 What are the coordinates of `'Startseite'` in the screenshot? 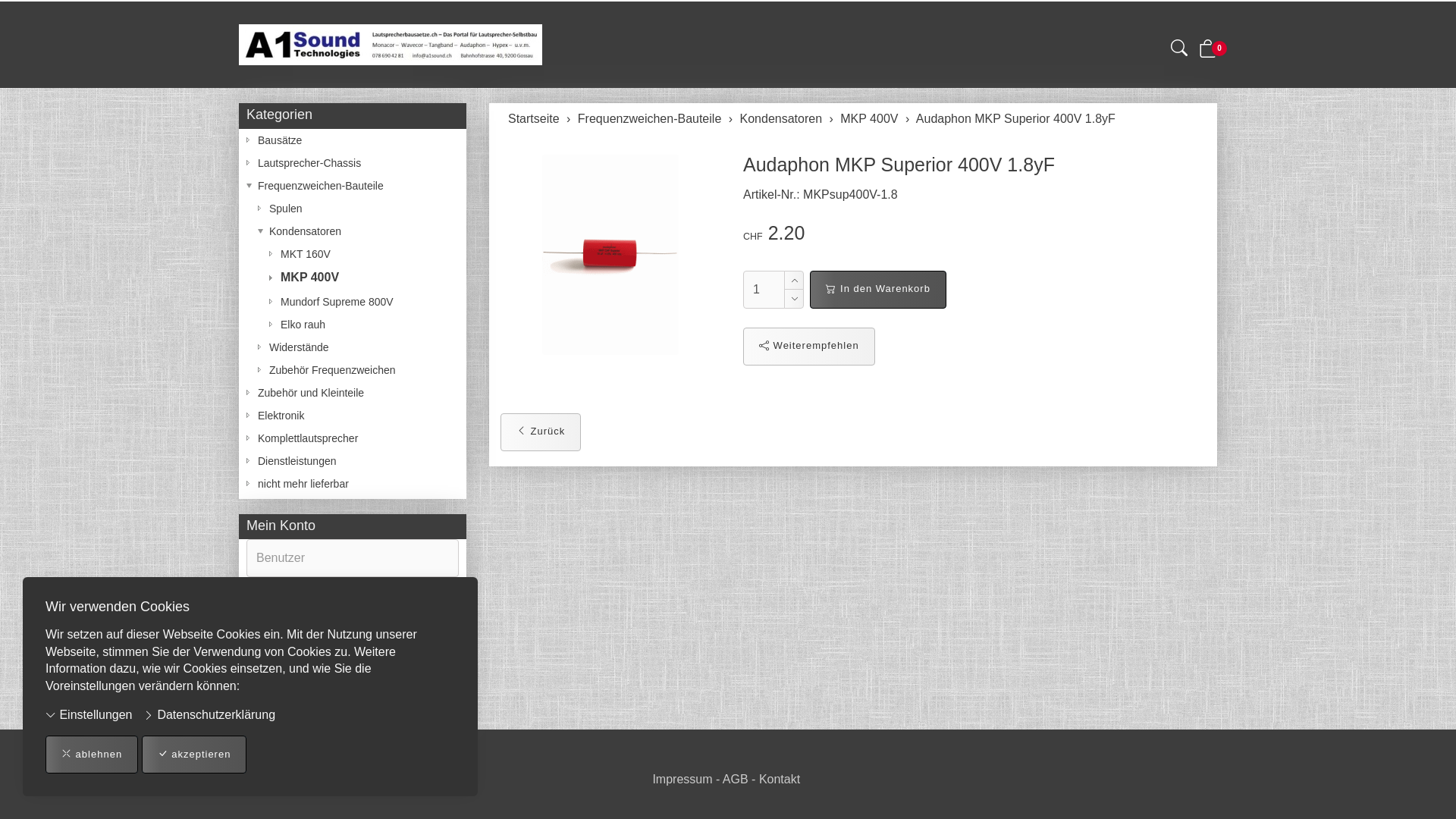 It's located at (508, 118).